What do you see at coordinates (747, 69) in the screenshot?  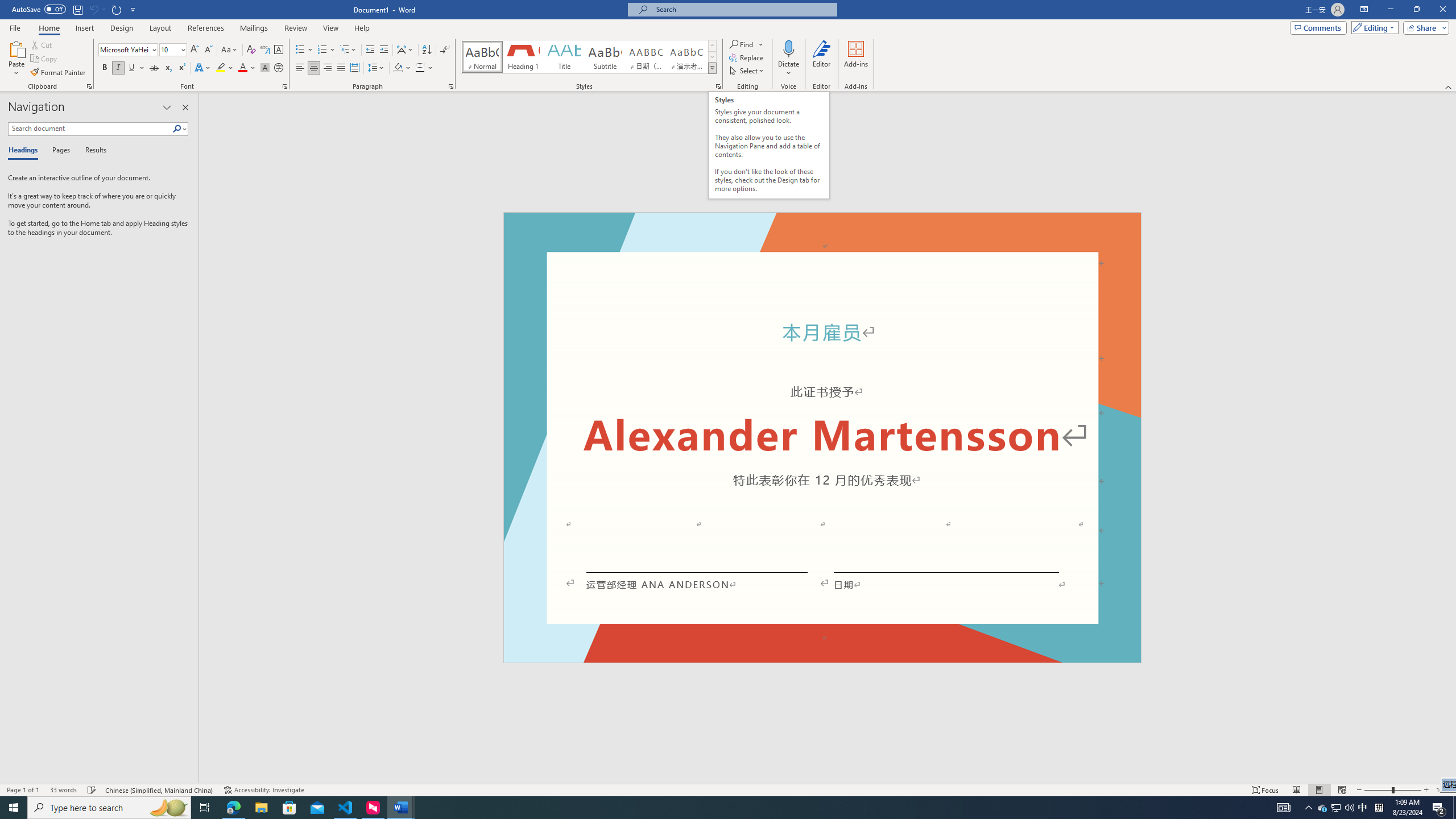 I see `'Select'` at bounding box center [747, 69].